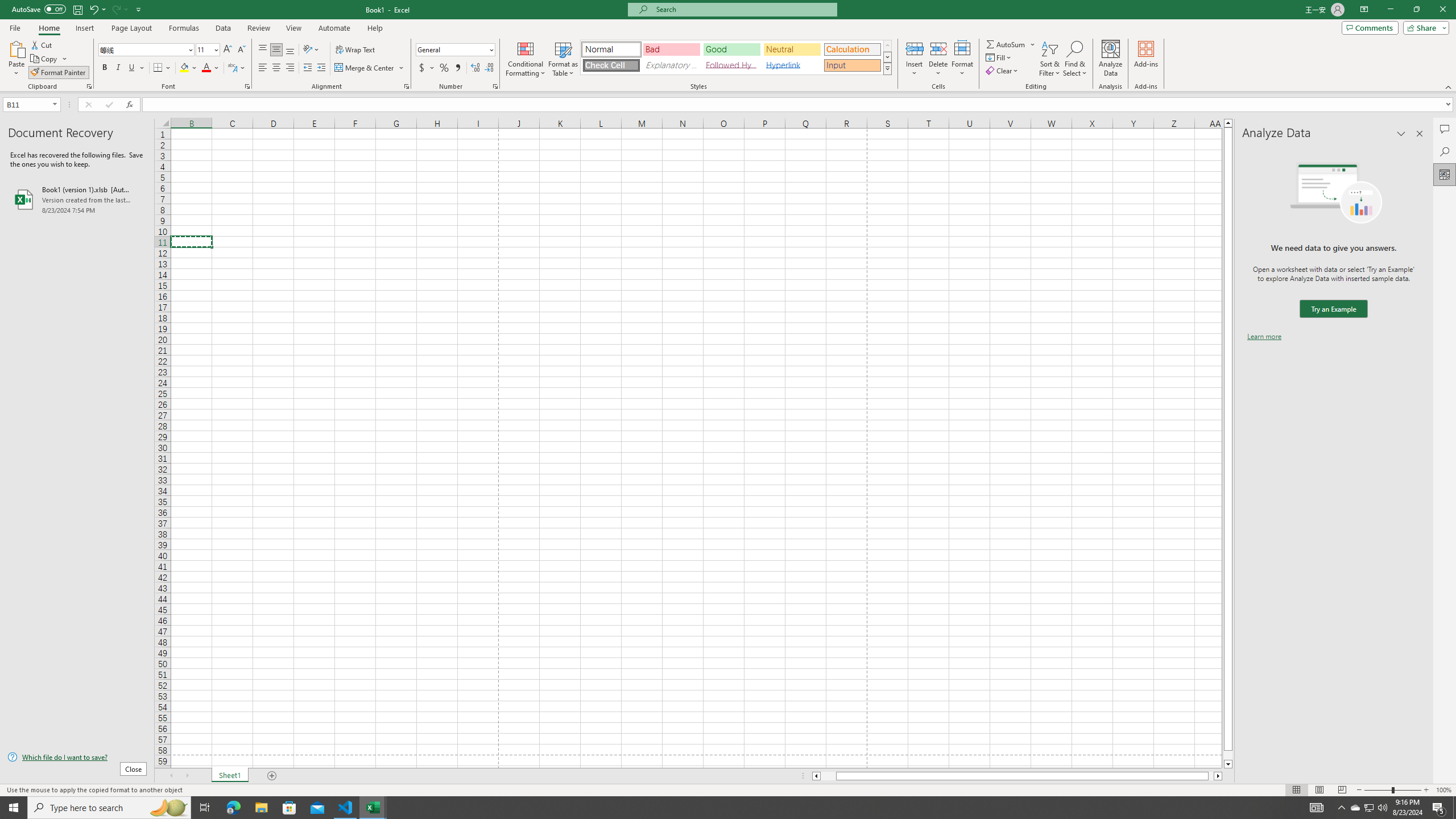 The height and width of the screenshot is (819, 1456). I want to click on 'Accounting Number Format', so click(421, 67).